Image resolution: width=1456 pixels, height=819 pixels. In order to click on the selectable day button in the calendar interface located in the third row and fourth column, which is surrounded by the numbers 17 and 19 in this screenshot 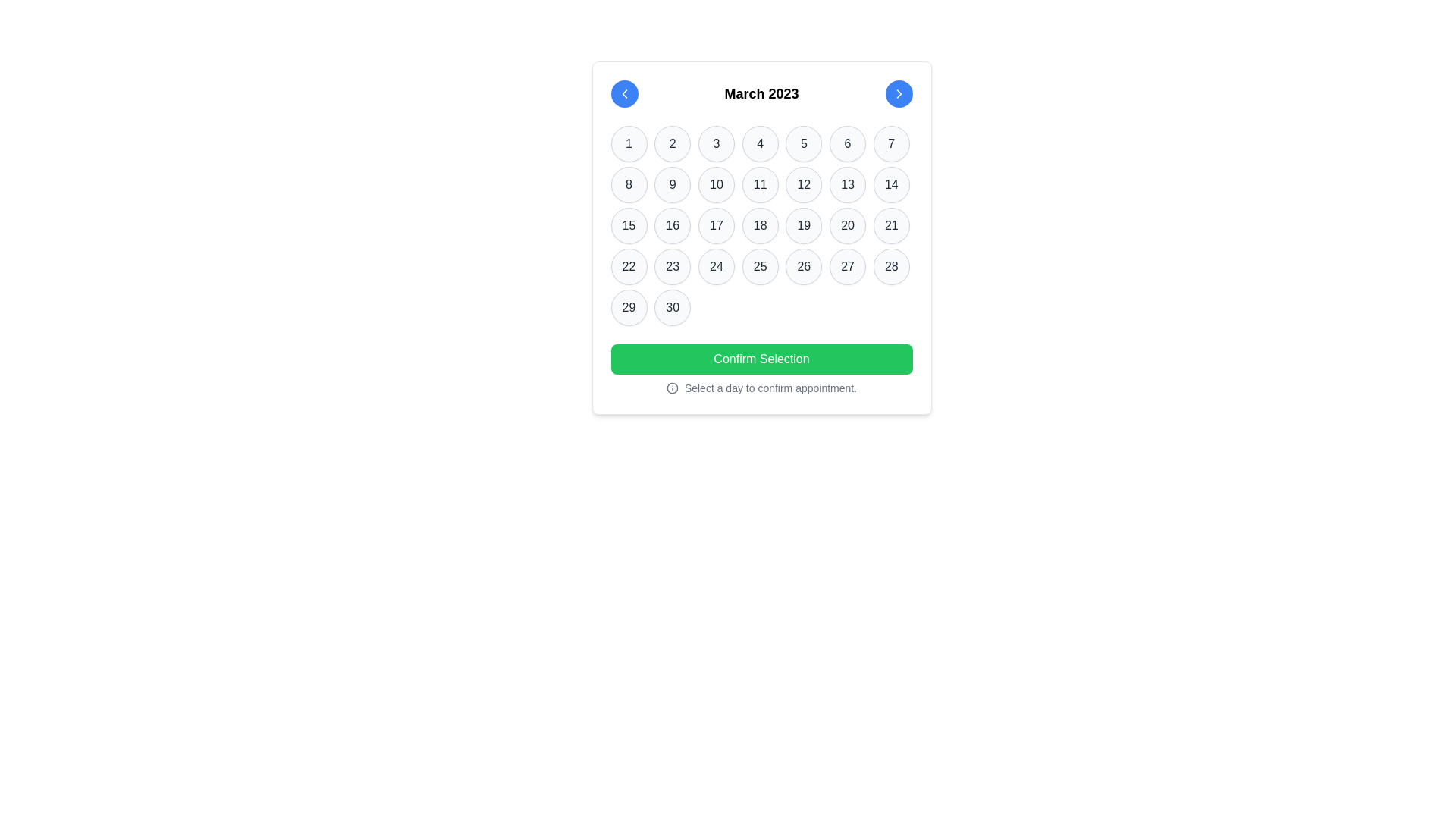, I will do `click(760, 225)`.